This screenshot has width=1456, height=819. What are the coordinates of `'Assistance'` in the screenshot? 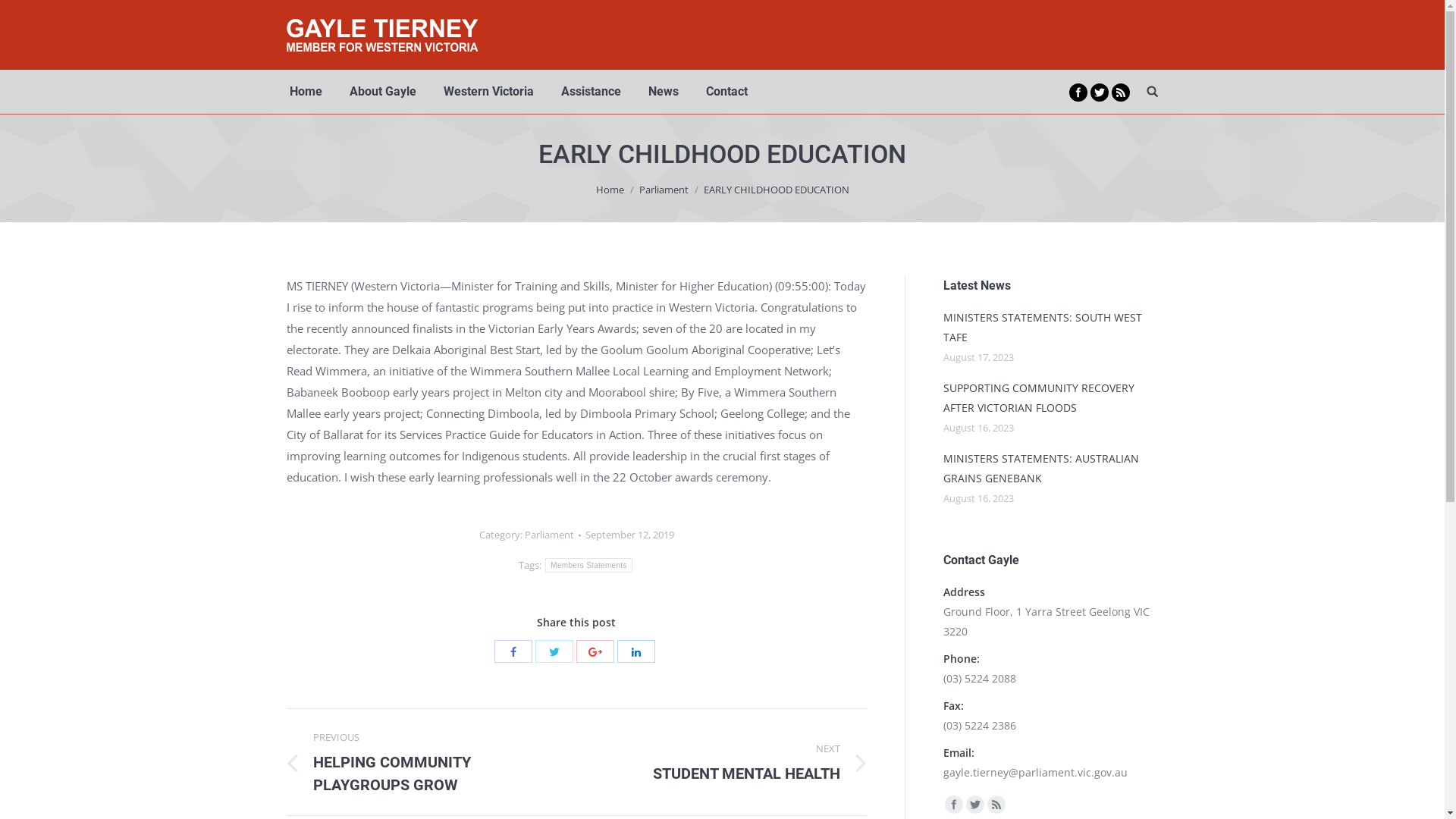 It's located at (557, 91).